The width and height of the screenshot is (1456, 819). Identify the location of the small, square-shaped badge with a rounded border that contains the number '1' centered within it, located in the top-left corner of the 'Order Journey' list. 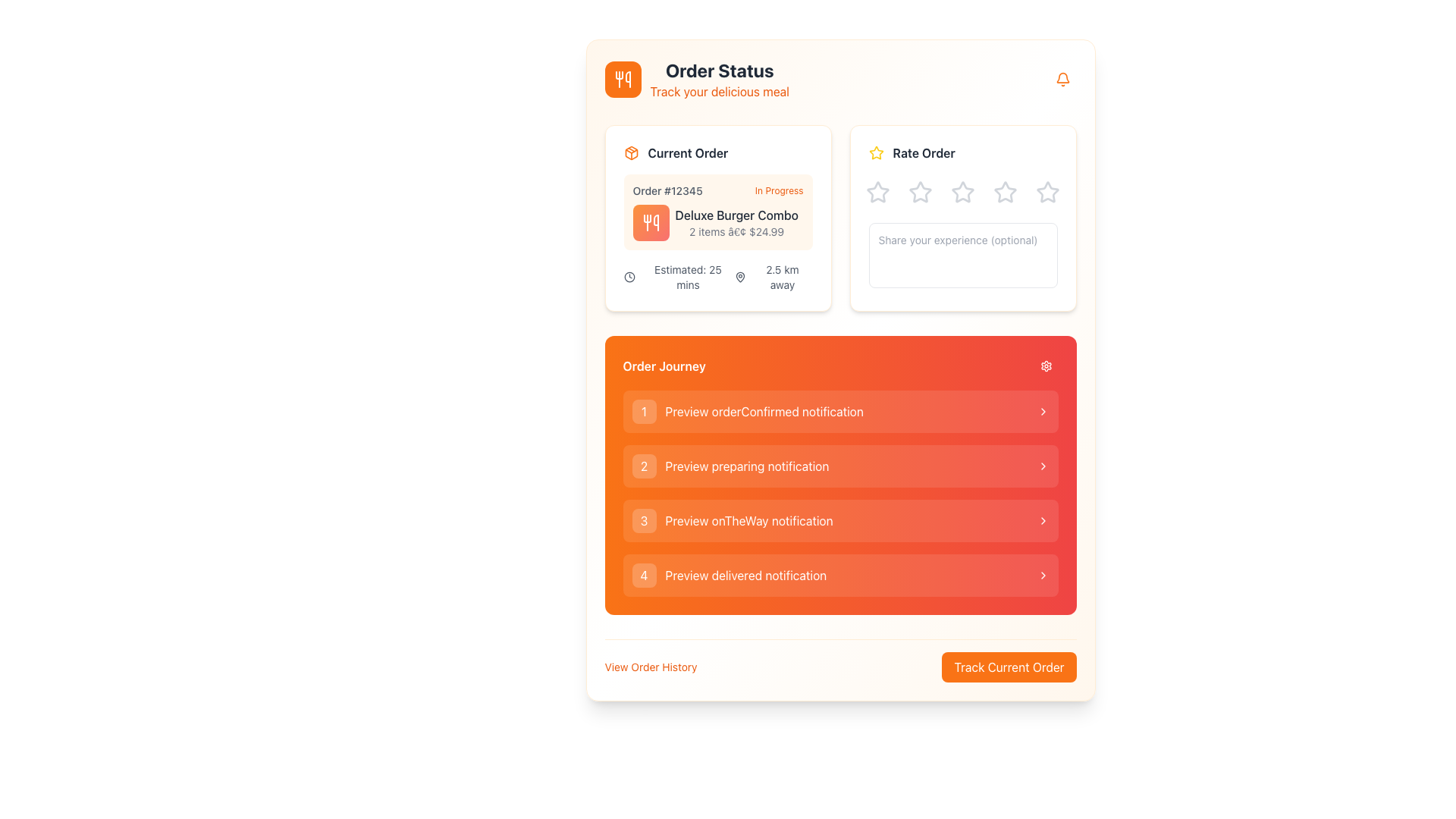
(644, 412).